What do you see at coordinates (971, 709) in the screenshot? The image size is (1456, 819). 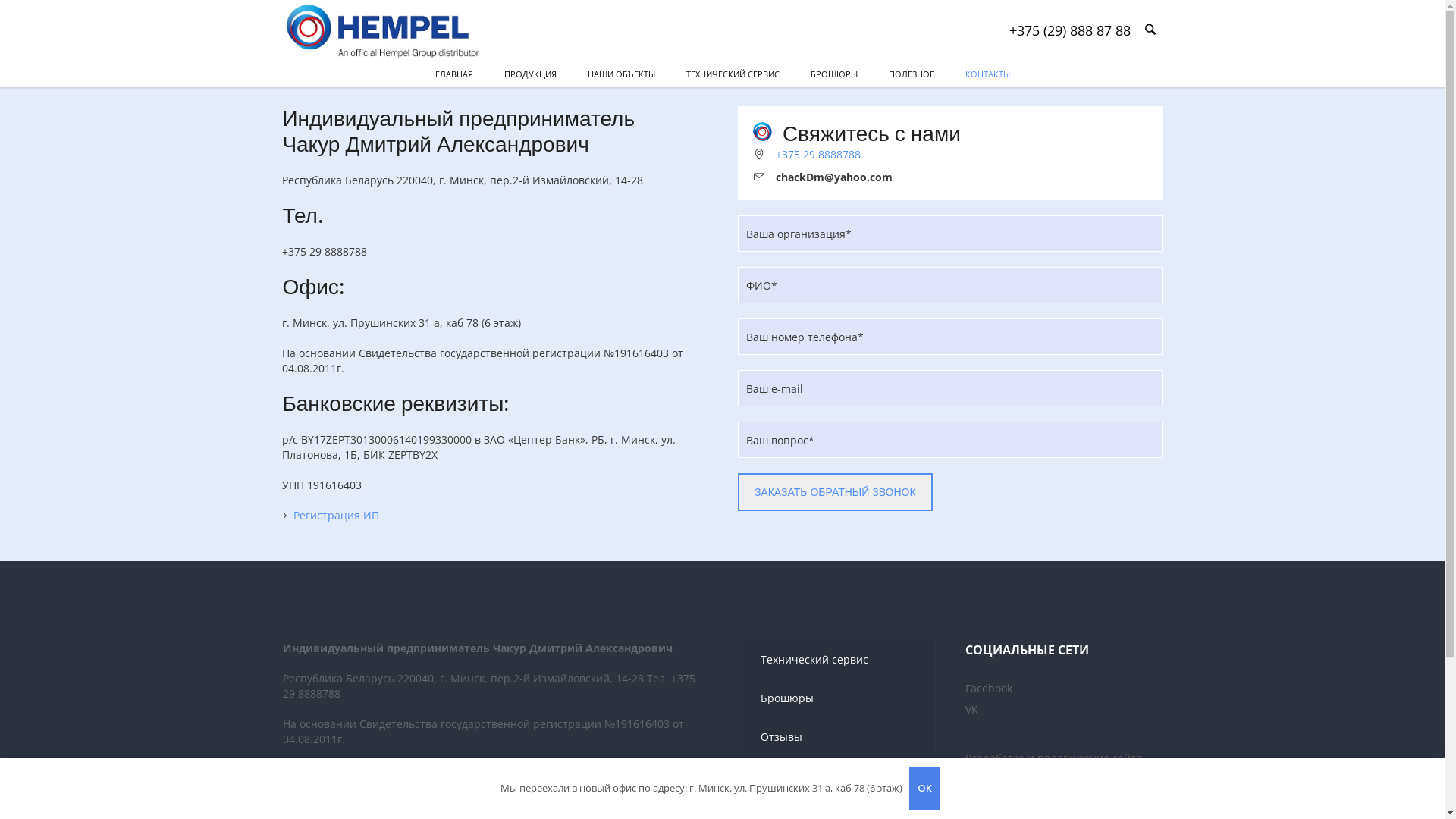 I see `'VK'` at bounding box center [971, 709].